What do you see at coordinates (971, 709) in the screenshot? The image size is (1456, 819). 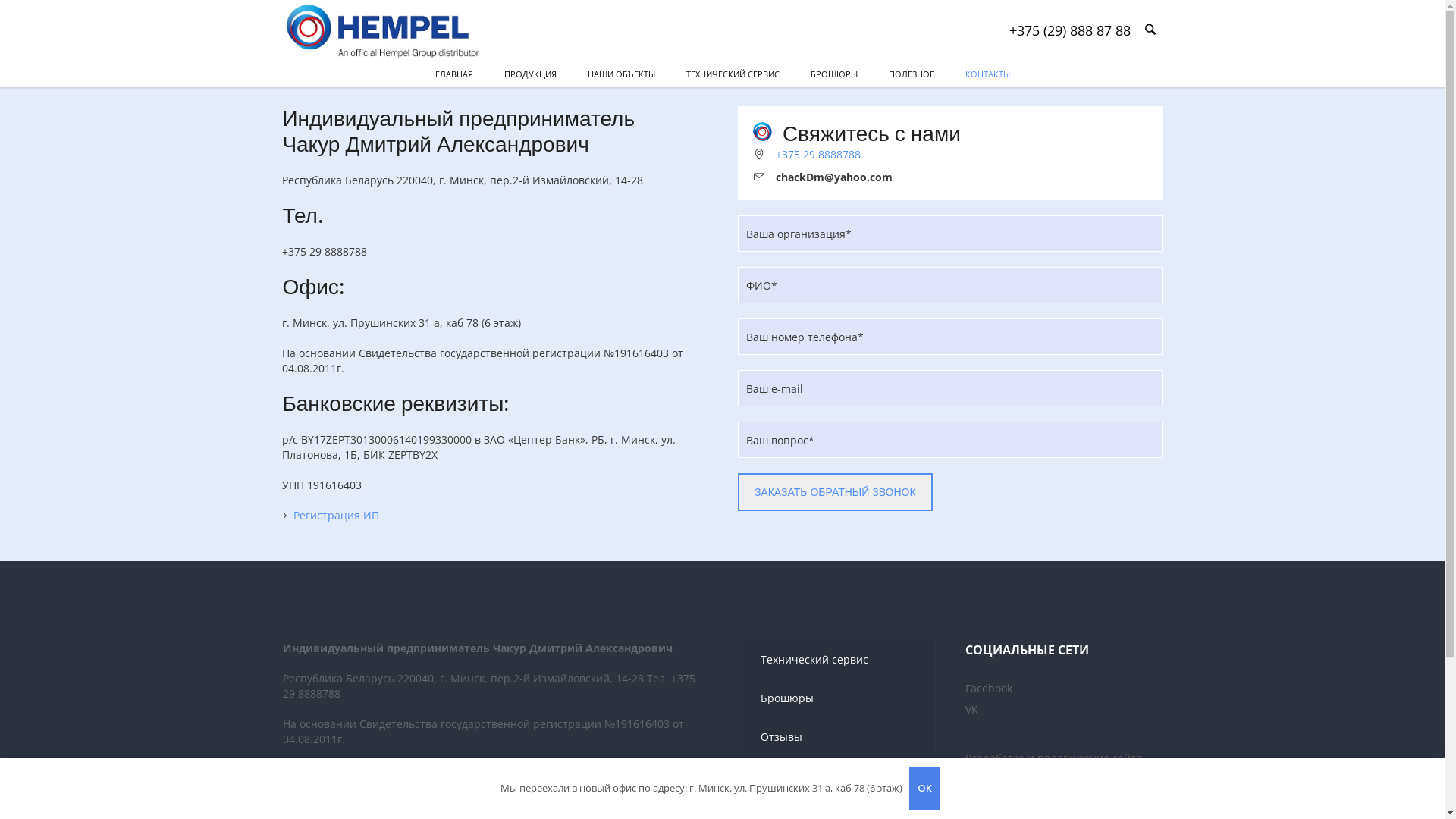 I see `'VK'` at bounding box center [971, 709].